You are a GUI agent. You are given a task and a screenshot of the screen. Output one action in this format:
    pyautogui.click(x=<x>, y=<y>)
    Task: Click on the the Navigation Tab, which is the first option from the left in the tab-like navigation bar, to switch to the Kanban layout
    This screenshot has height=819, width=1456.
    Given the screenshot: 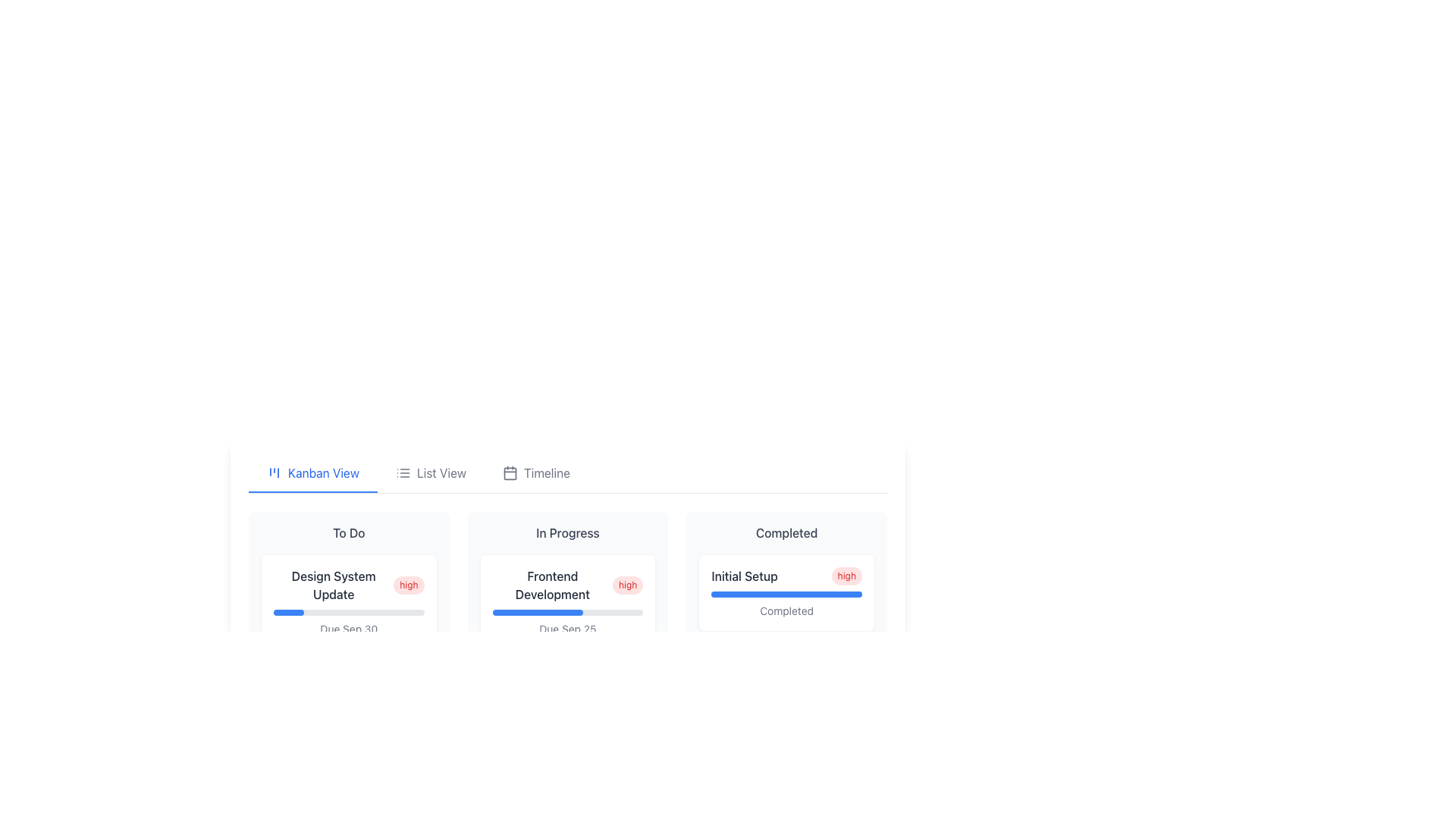 What is the action you would take?
    pyautogui.click(x=312, y=472)
    